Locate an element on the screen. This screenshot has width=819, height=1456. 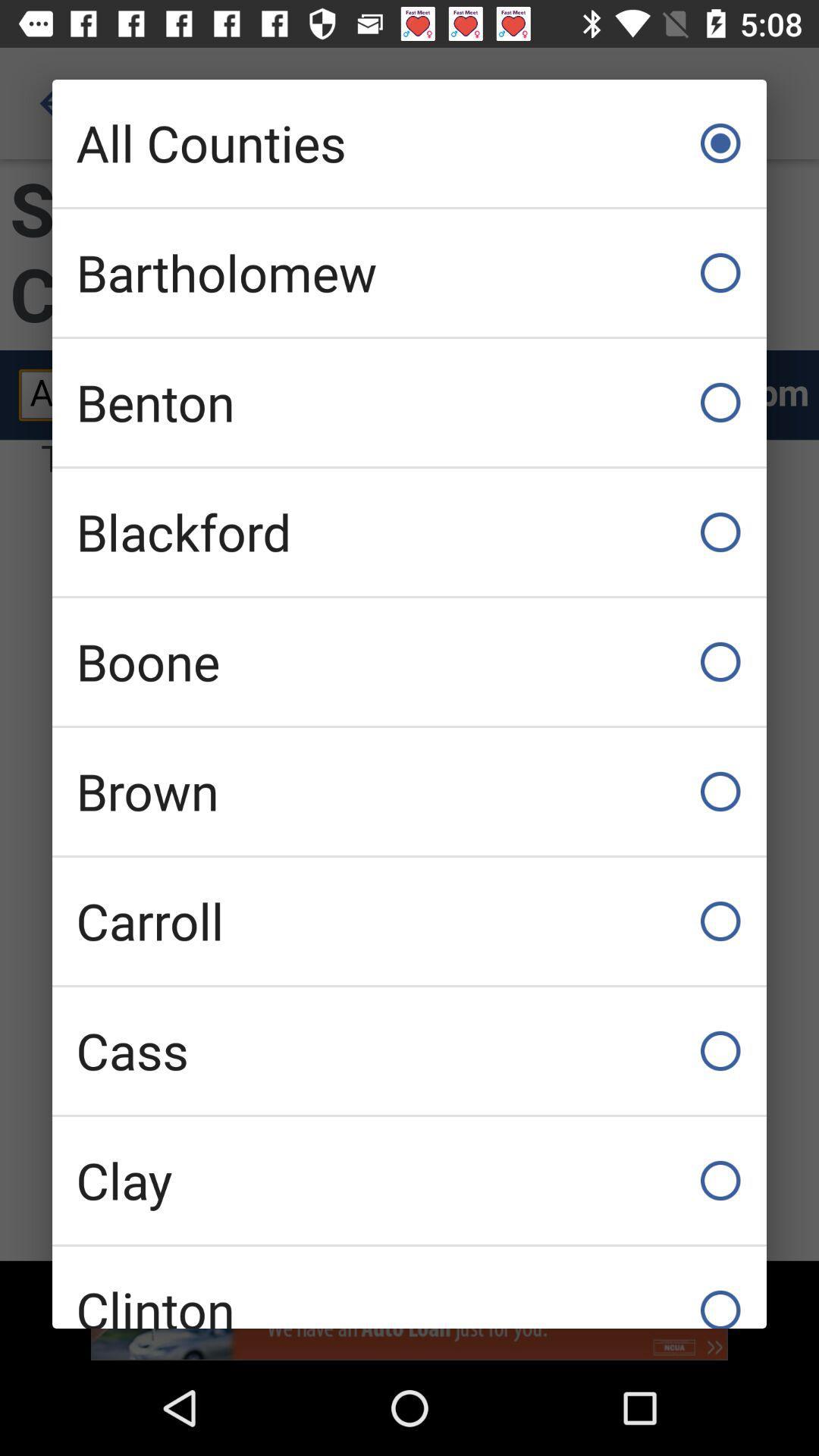
the item below clay item is located at coordinates (409, 1287).